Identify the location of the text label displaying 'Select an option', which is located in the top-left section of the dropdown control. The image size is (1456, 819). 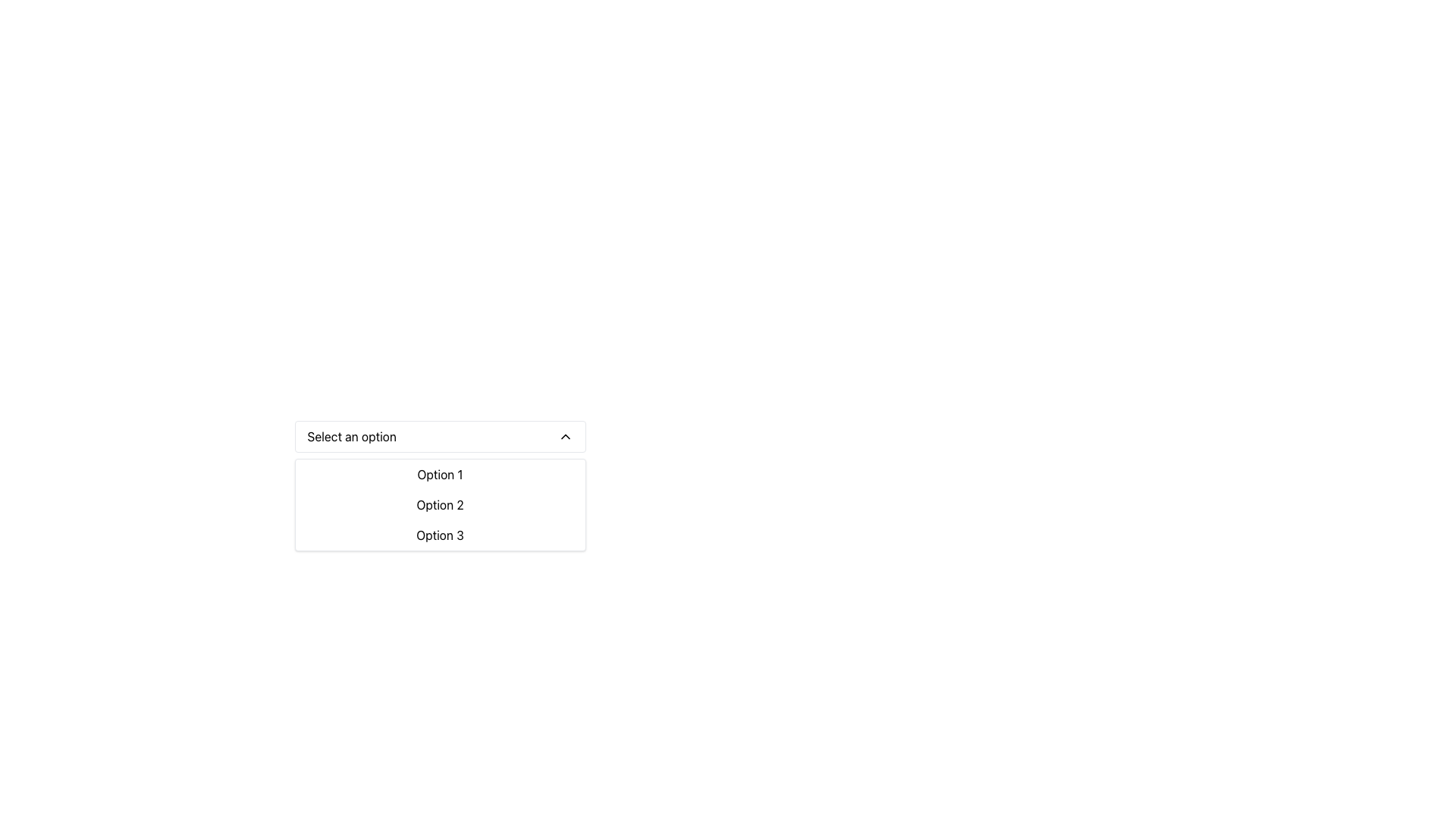
(351, 436).